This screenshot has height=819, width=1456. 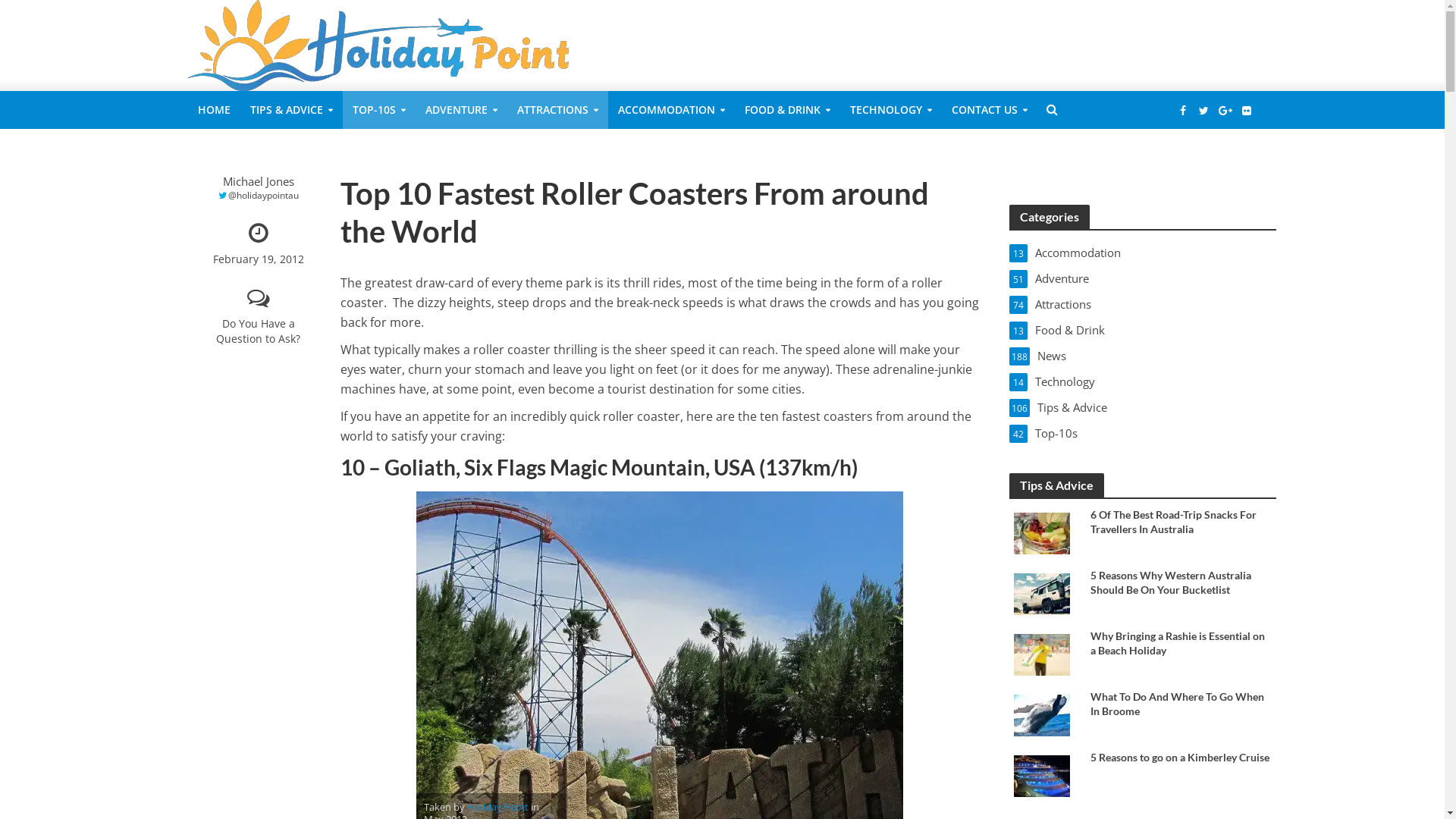 What do you see at coordinates (213, 109) in the screenshot?
I see `'HOME'` at bounding box center [213, 109].